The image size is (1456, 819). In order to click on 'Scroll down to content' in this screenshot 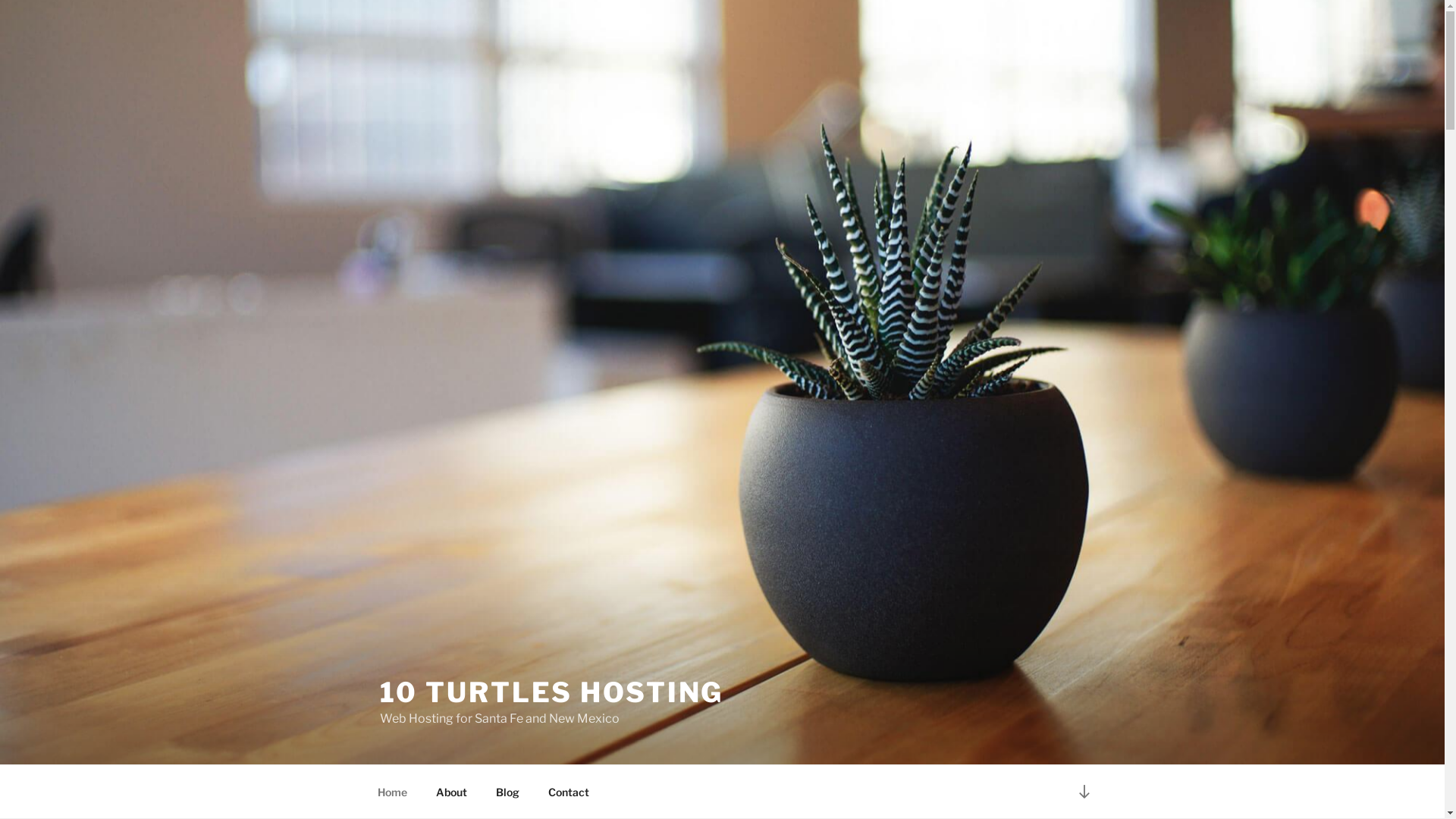, I will do `click(1083, 790)`.